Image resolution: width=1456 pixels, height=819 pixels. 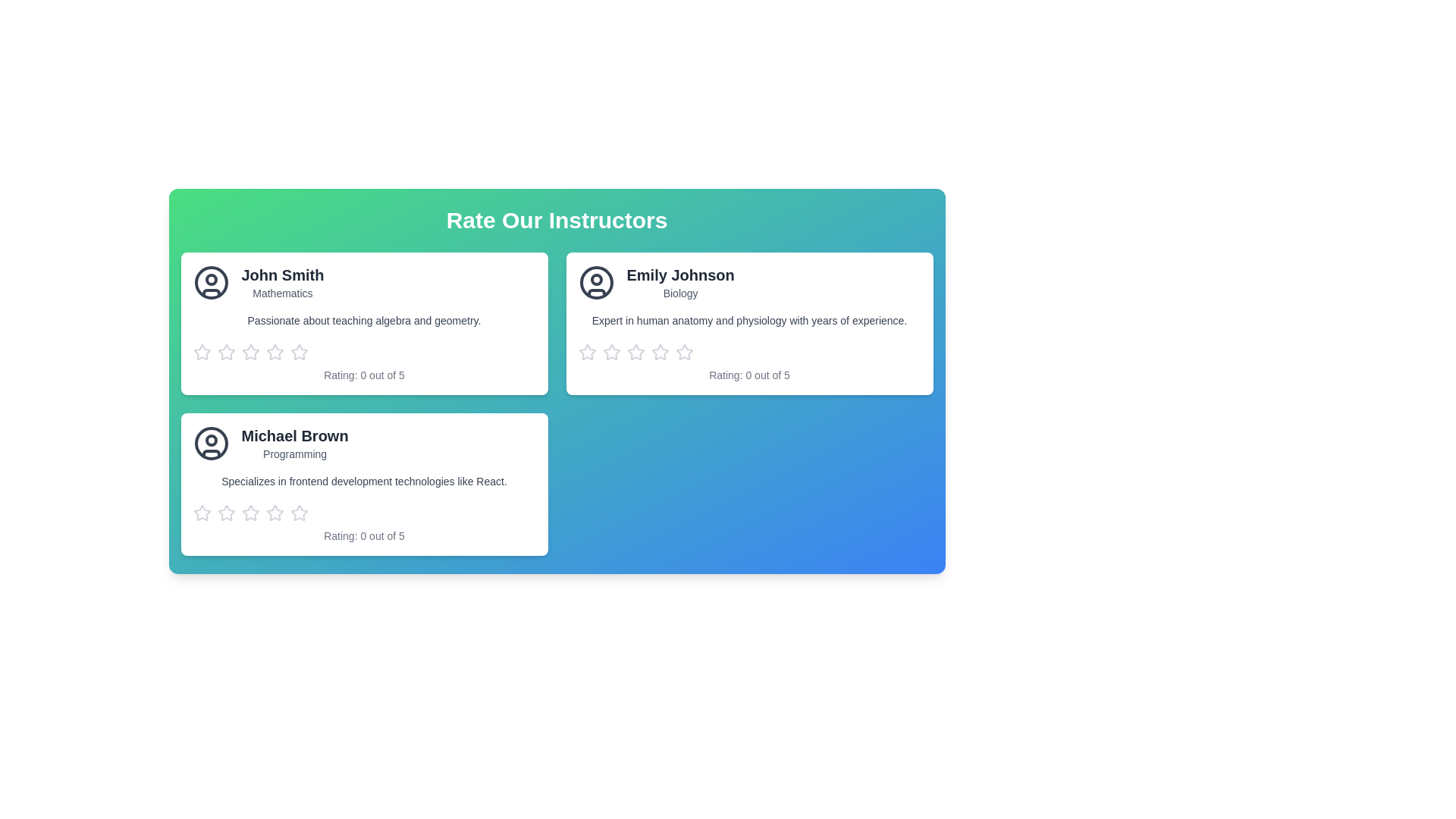 I want to click on the decorative circular SVG element representing the inner detail of the user profile icon on Michael Brown's card, located in the bottom left of the displayed grid, so click(x=210, y=441).